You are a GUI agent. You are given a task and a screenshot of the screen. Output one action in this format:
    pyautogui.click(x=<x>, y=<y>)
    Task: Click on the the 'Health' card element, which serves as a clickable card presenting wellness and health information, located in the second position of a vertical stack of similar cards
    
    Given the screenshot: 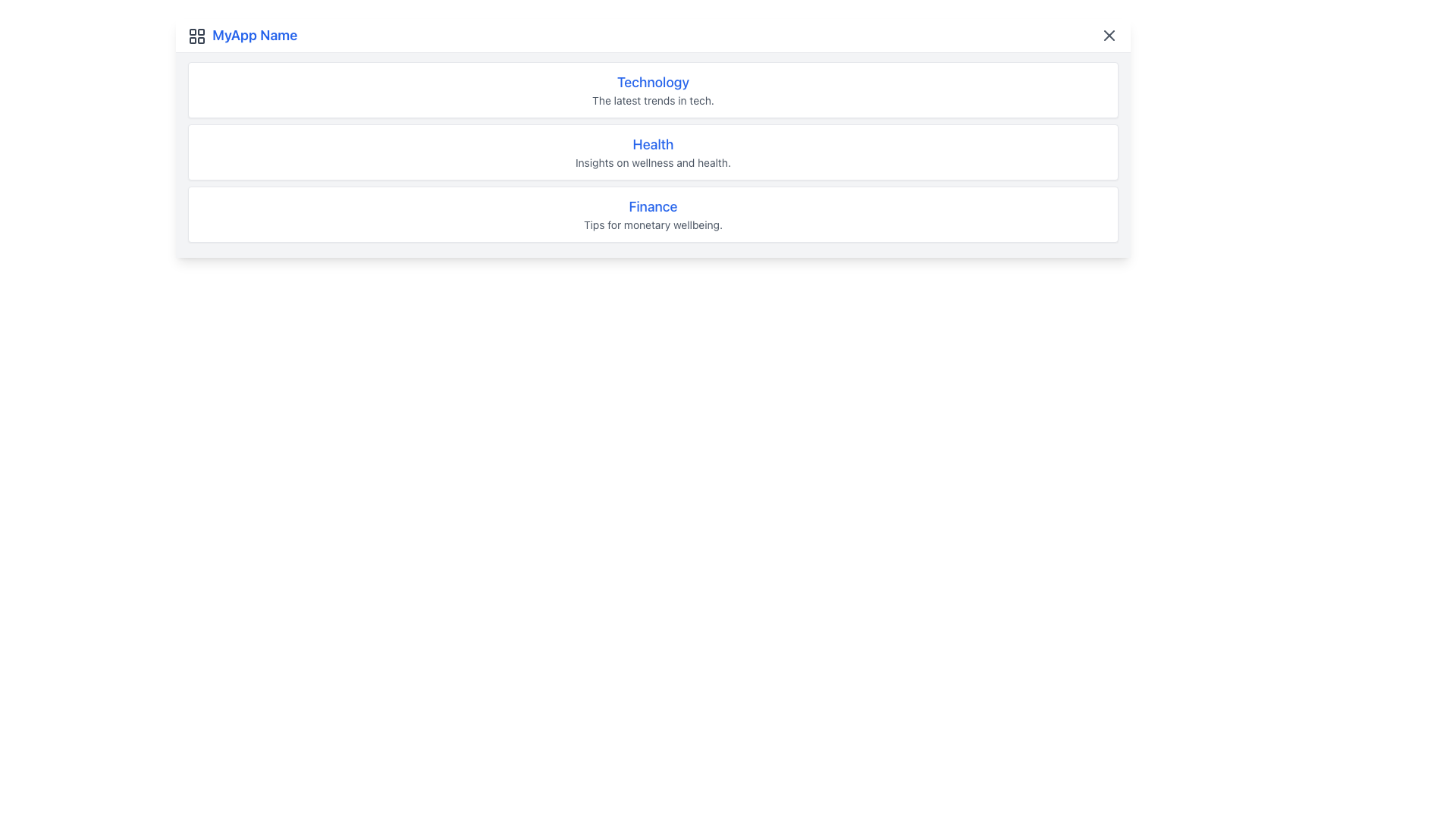 What is the action you would take?
    pyautogui.click(x=653, y=152)
    